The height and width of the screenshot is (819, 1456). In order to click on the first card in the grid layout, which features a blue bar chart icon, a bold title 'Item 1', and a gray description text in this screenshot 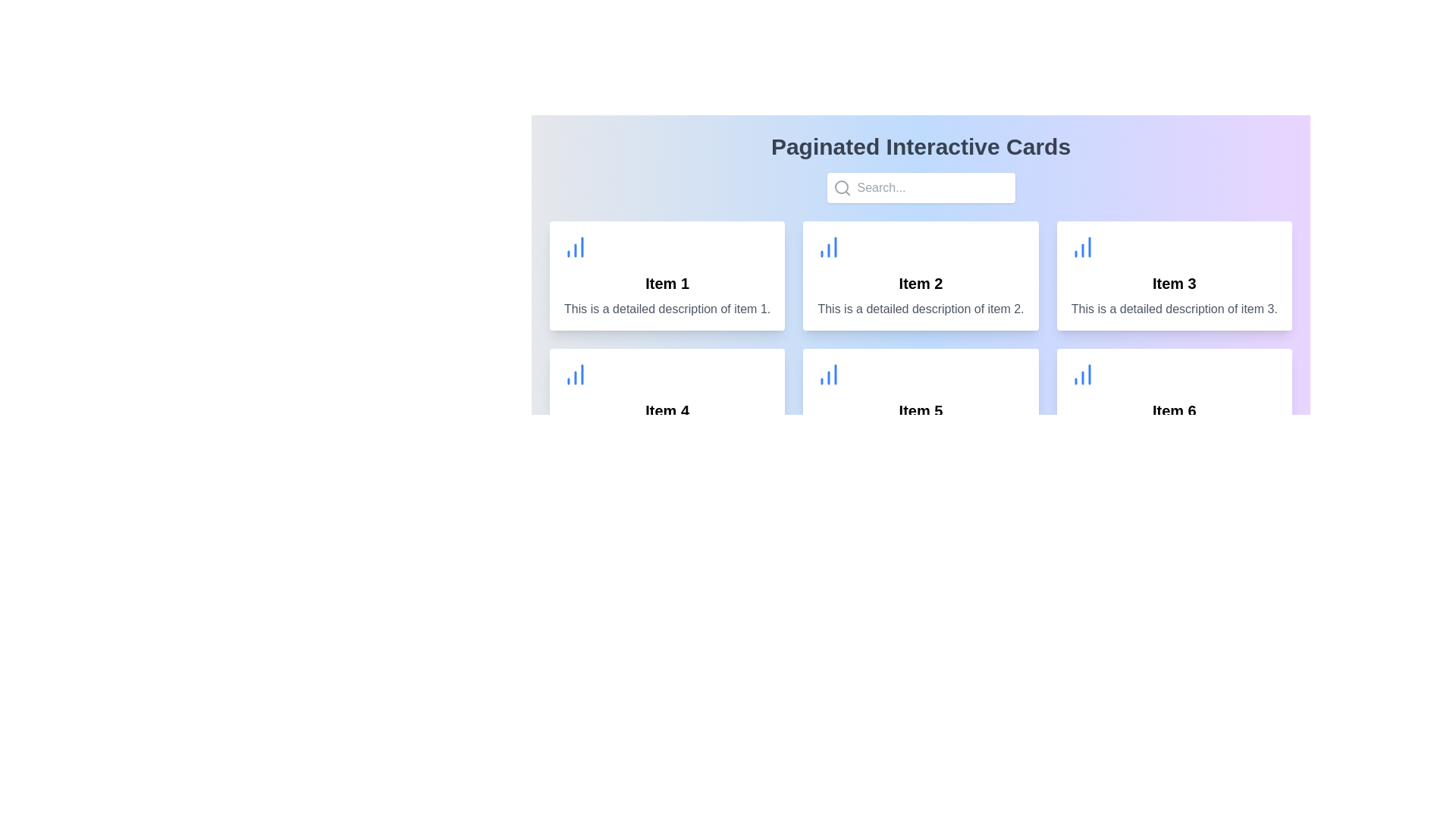, I will do `click(667, 275)`.